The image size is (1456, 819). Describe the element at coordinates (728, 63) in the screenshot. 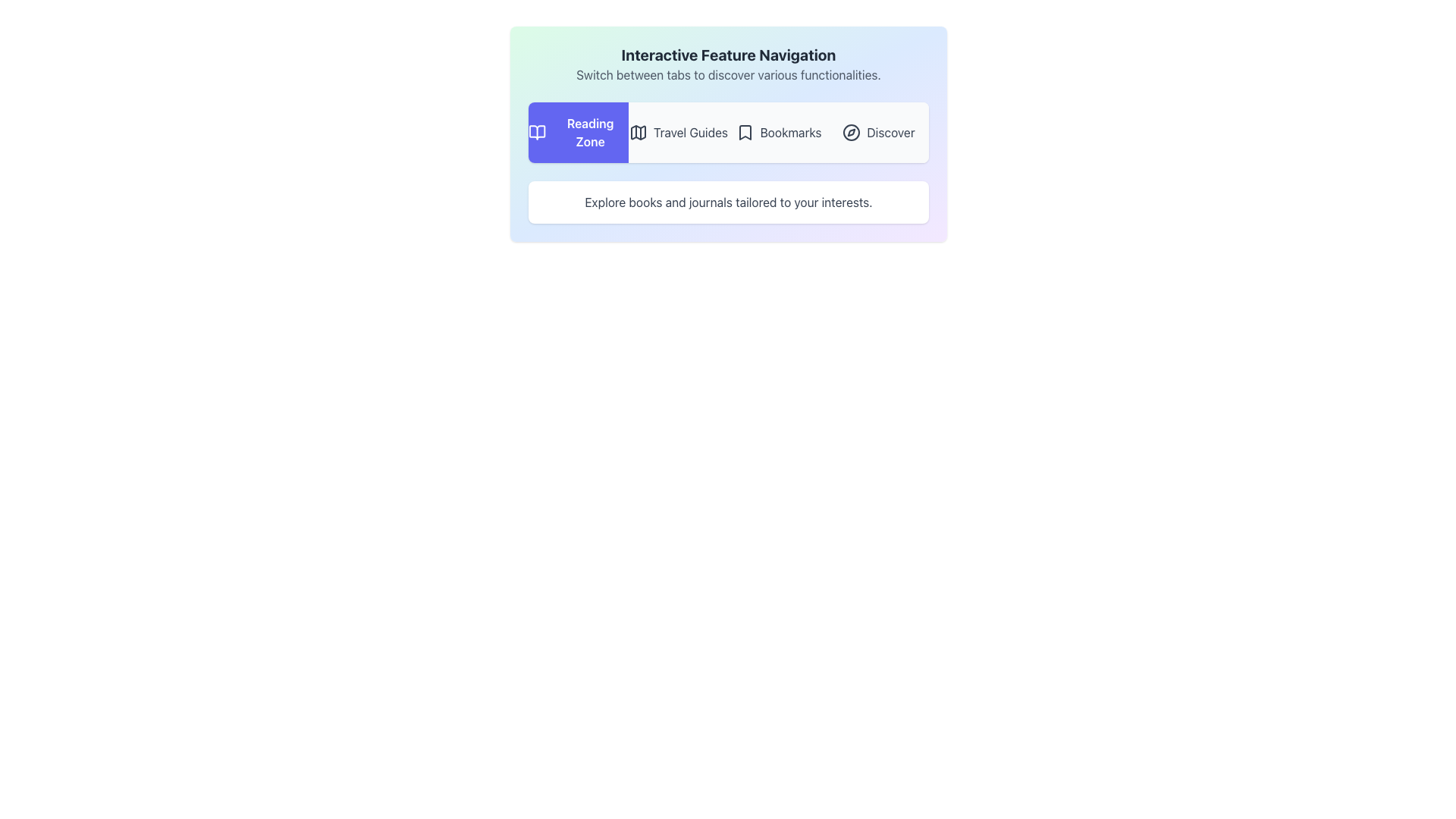

I see `text of the Textual Header with Subtext that says 'Interactive Feature Navigation' and its subtext 'Switch between tabs to discover various functionalities.'` at that location.